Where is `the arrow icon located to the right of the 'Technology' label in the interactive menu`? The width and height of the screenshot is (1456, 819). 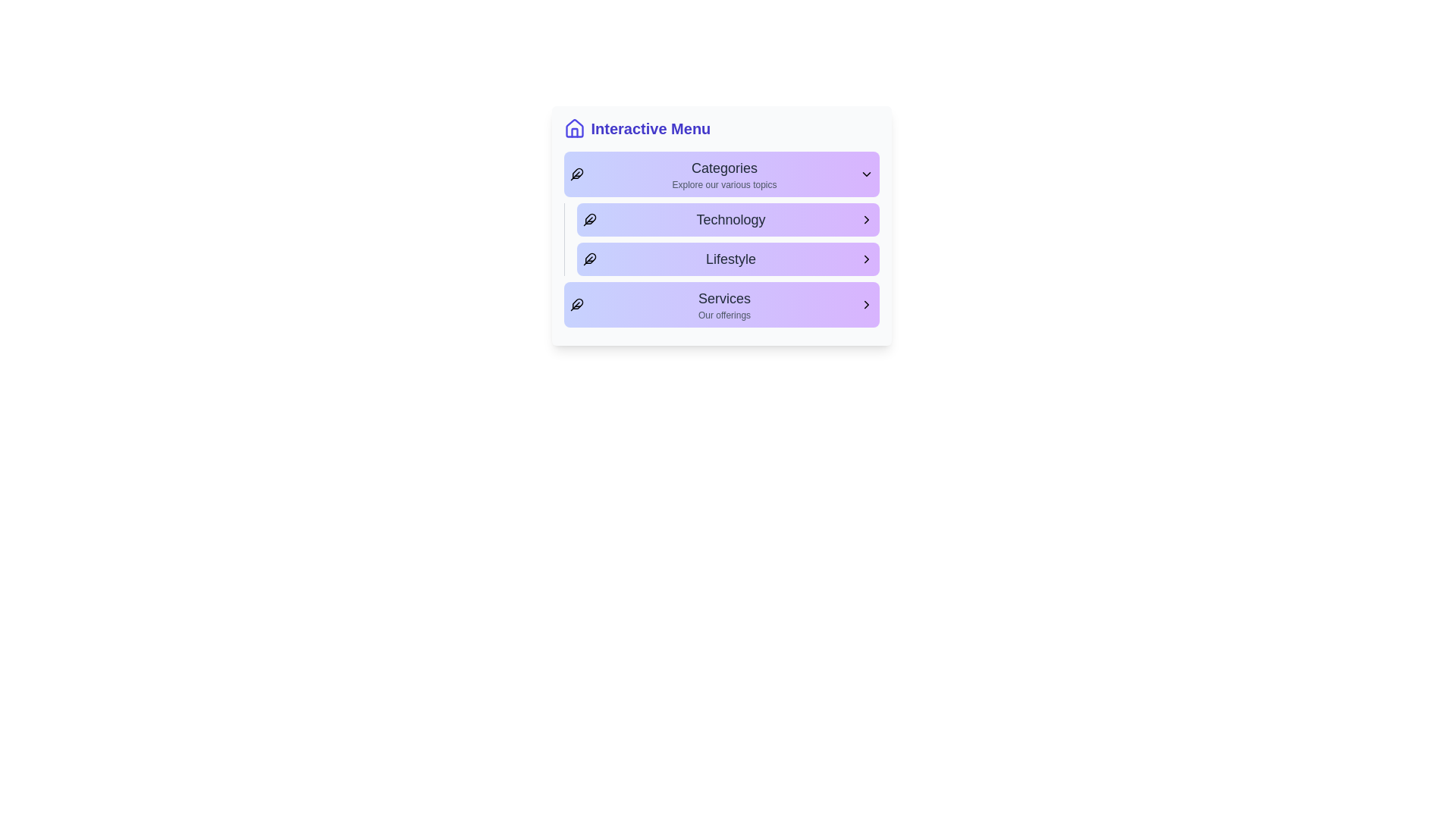
the arrow icon located to the right of the 'Technology' label in the interactive menu is located at coordinates (866, 219).